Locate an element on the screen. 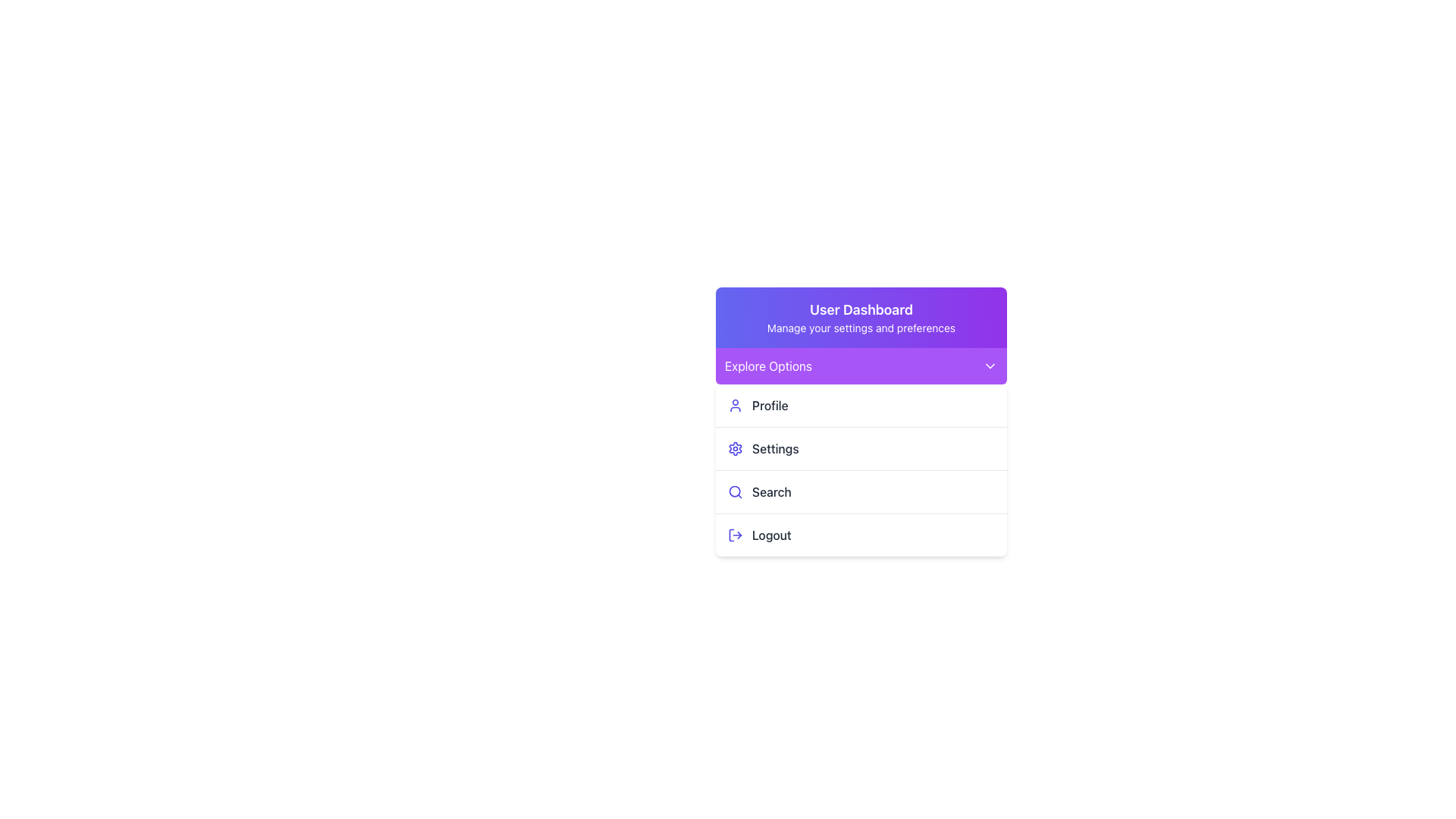 This screenshot has height=819, width=1456. the prominently styled text label reading 'User Dashboard', which is centered at the top section of the interface and distinct with a larger font size and bold typeface is located at coordinates (861, 309).